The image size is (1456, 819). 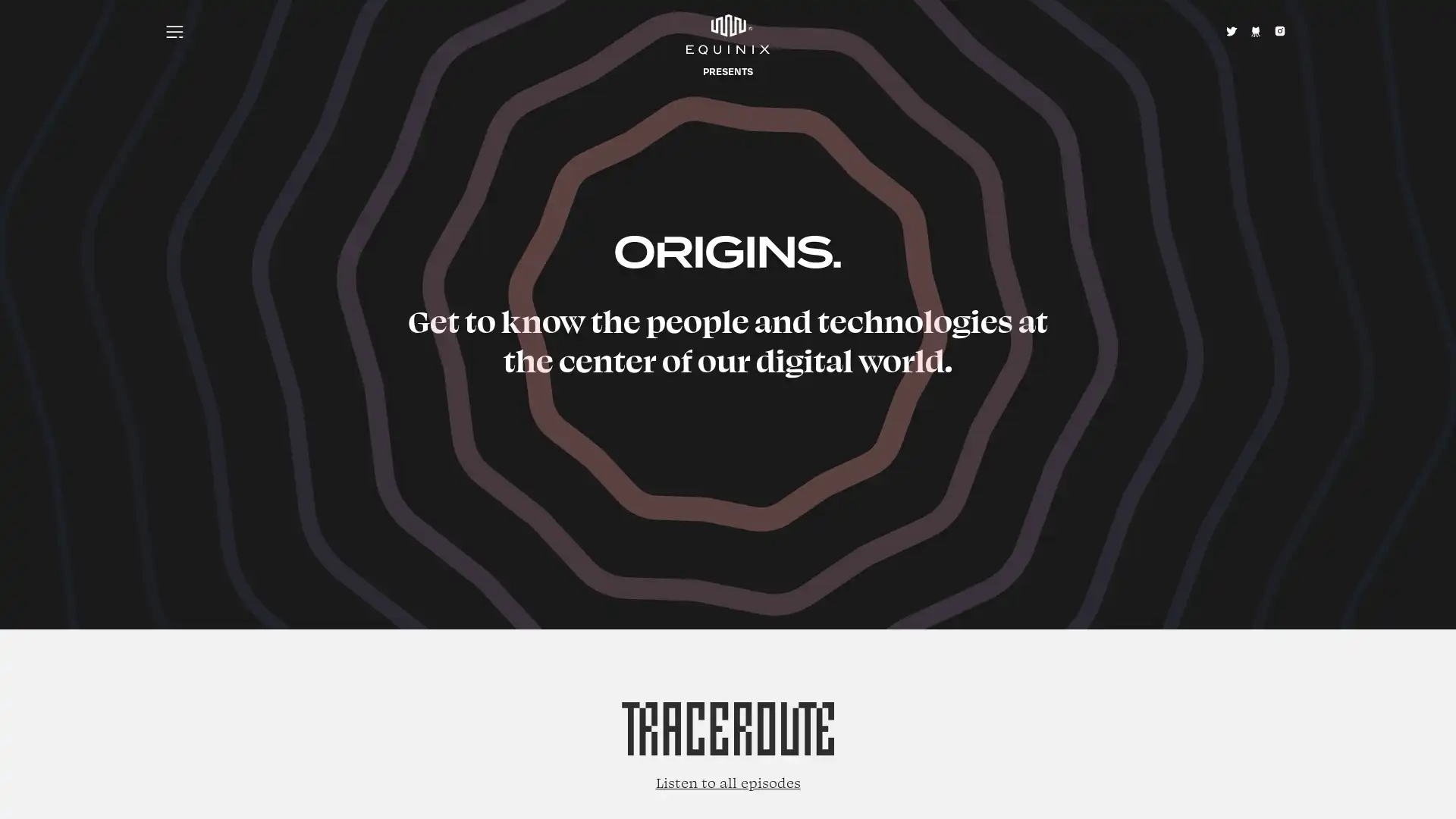 What do you see at coordinates (174, 32) in the screenshot?
I see `Menu icon` at bounding box center [174, 32].